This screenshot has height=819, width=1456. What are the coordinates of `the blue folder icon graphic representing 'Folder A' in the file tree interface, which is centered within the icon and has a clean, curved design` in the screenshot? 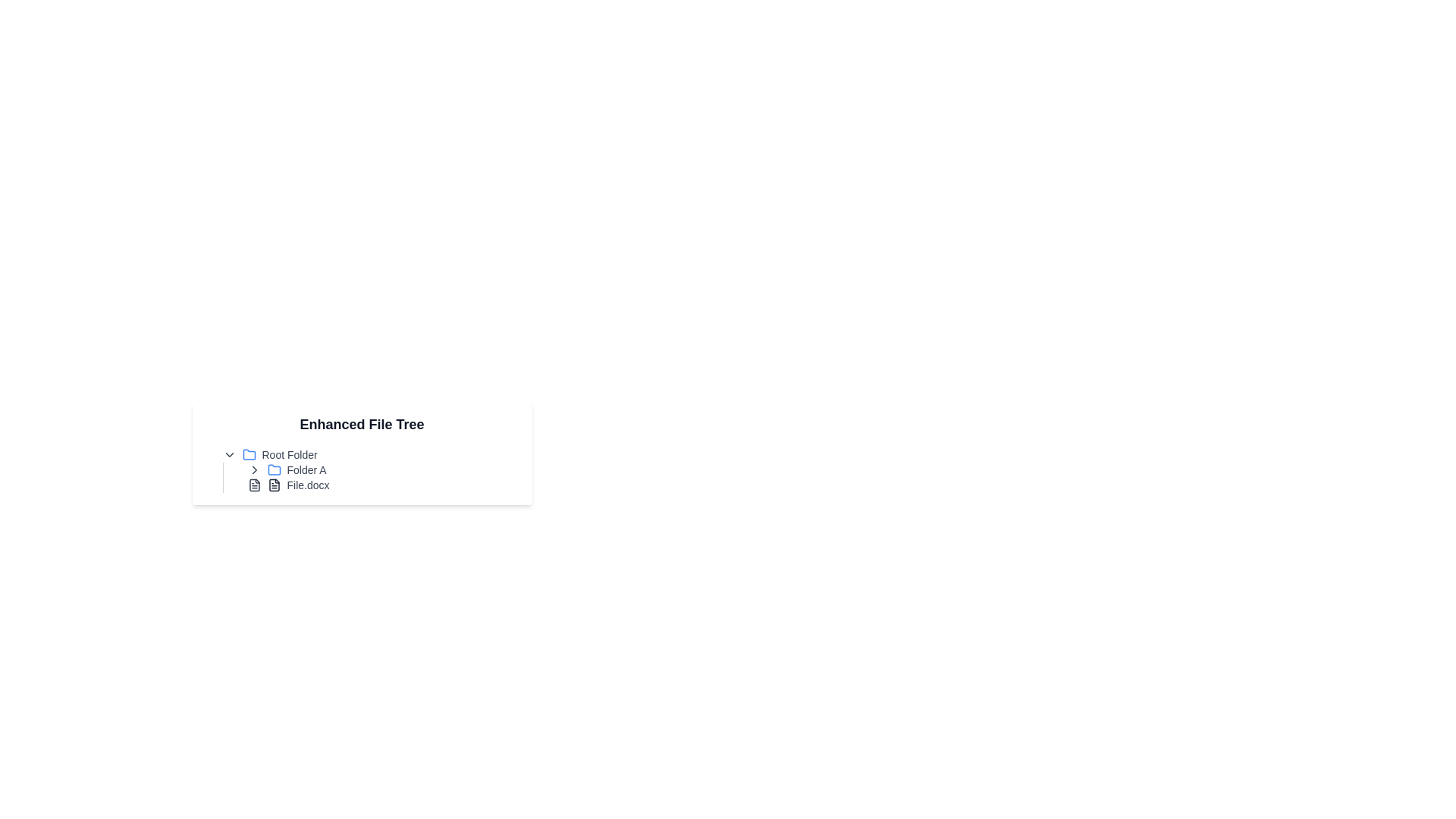 It's located at (274, 469).